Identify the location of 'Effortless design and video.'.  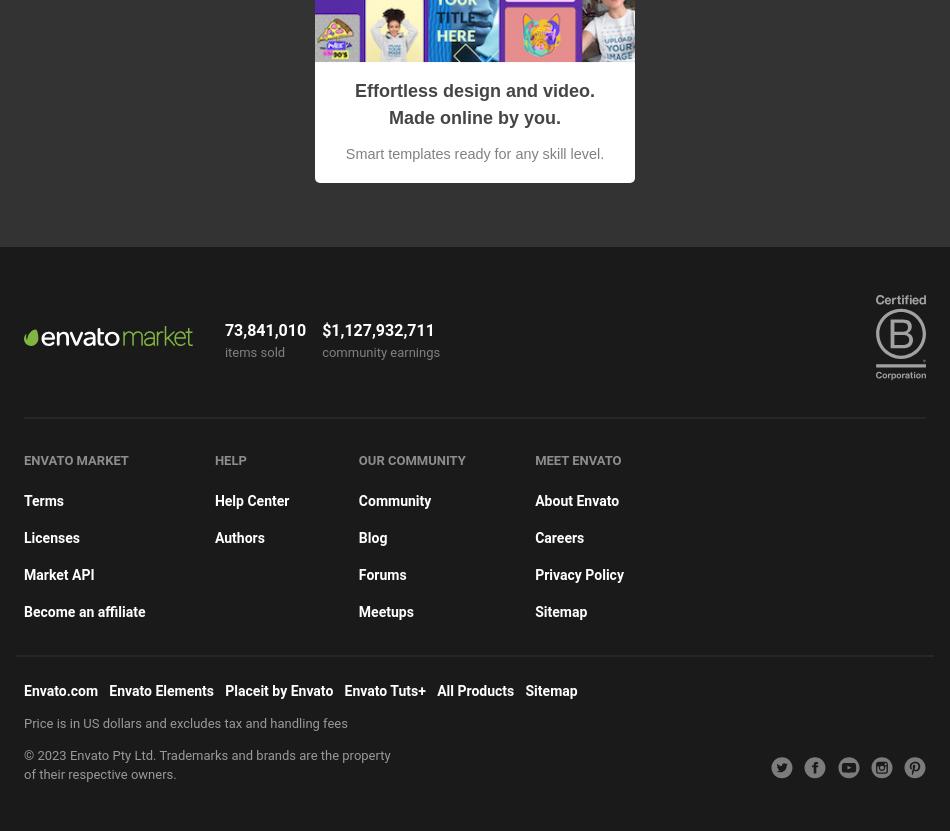
(473, 89).